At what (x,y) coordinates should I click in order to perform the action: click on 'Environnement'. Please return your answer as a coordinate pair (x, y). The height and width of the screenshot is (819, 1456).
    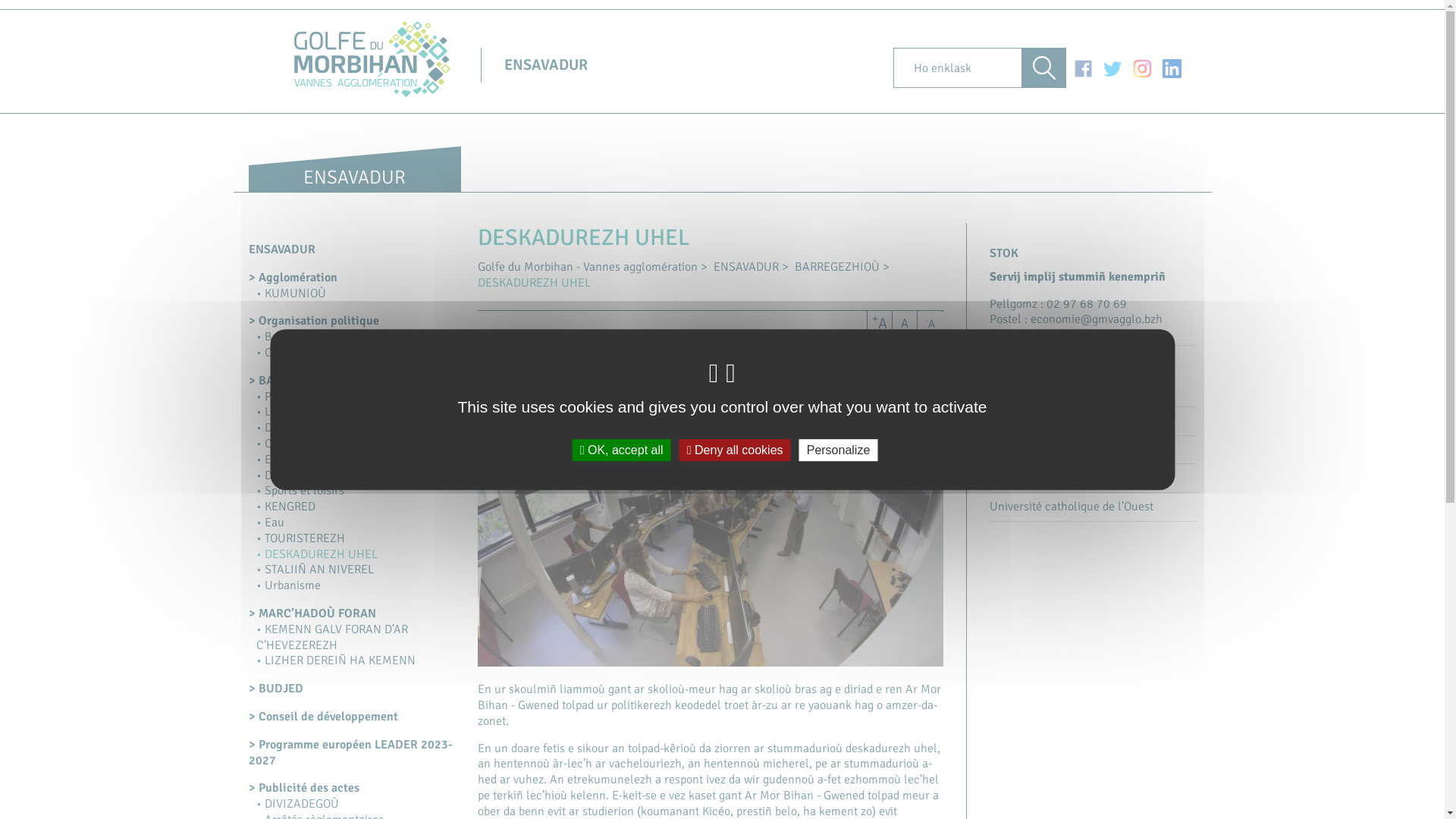
    Looking at the image, I should click on (300, 458).